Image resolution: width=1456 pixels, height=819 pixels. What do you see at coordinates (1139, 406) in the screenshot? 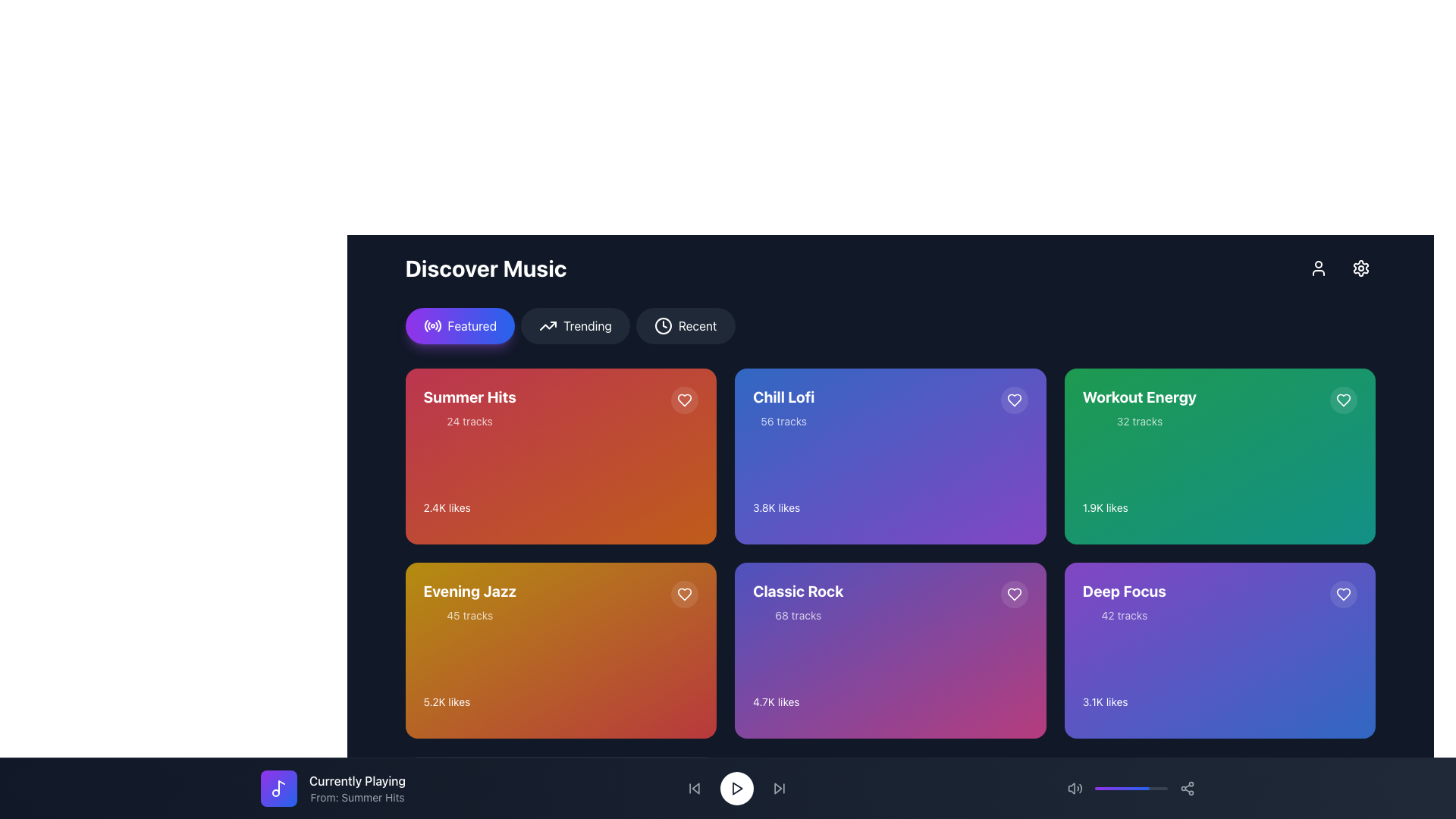
I see `text of the 'Workout Energy' playlist description located in the top right corner of a green-colored card, positioned below a bold header and above the '1.9K likes' section` at bounding box center [1139, 406].